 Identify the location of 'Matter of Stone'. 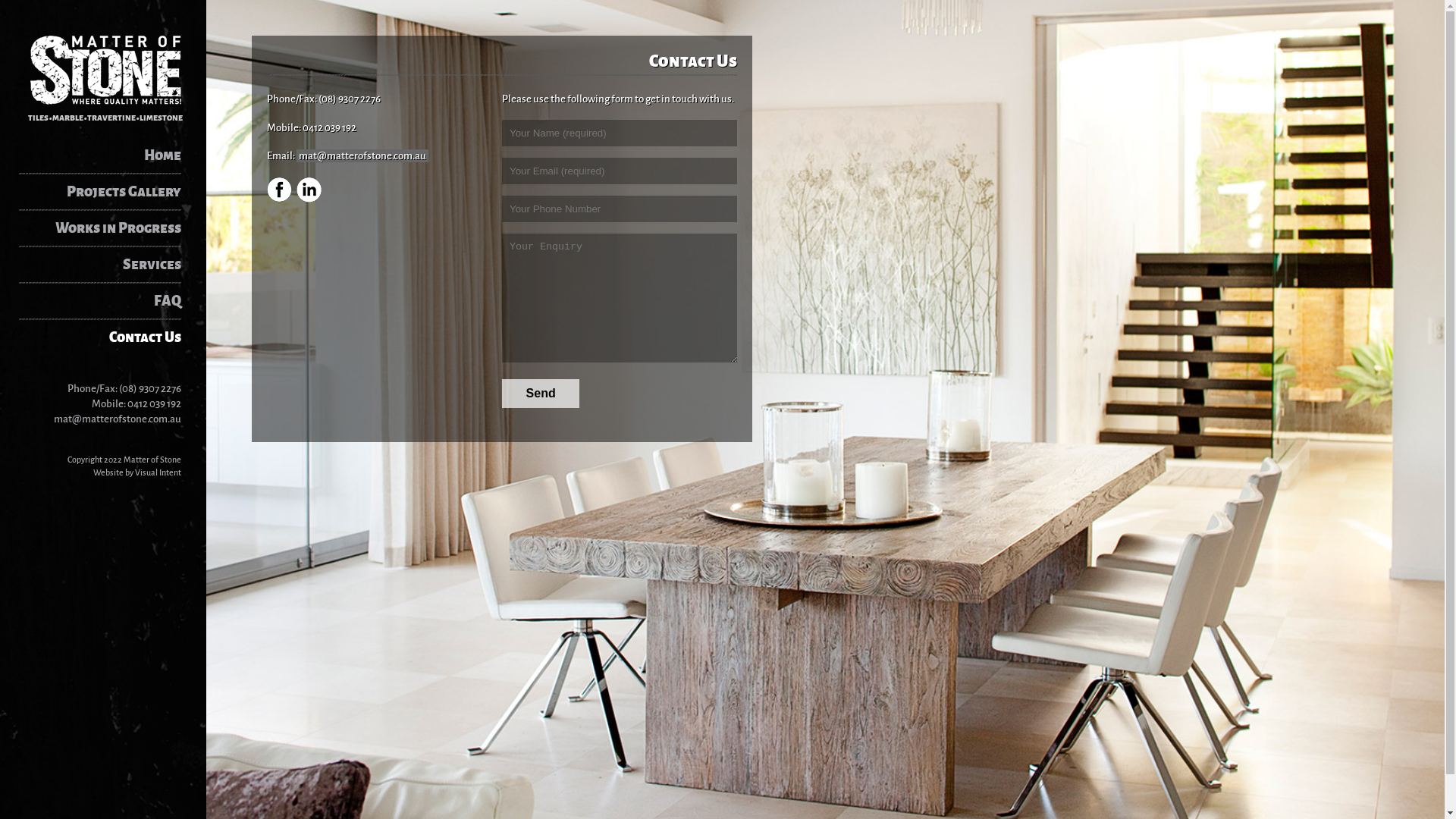
(104, 70).